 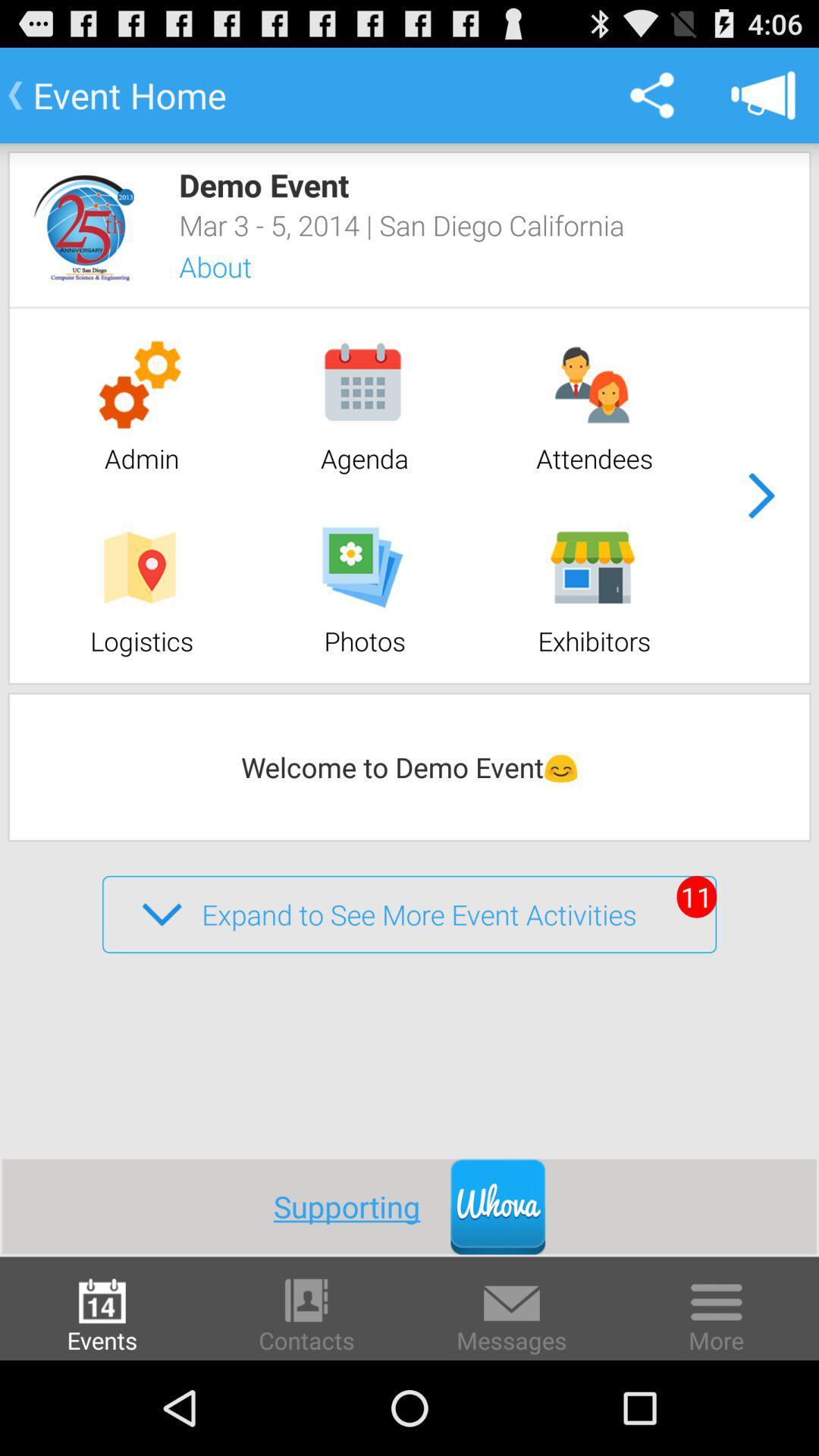 I want to click on app below expand to see icon, so click(x=362, y=1206).